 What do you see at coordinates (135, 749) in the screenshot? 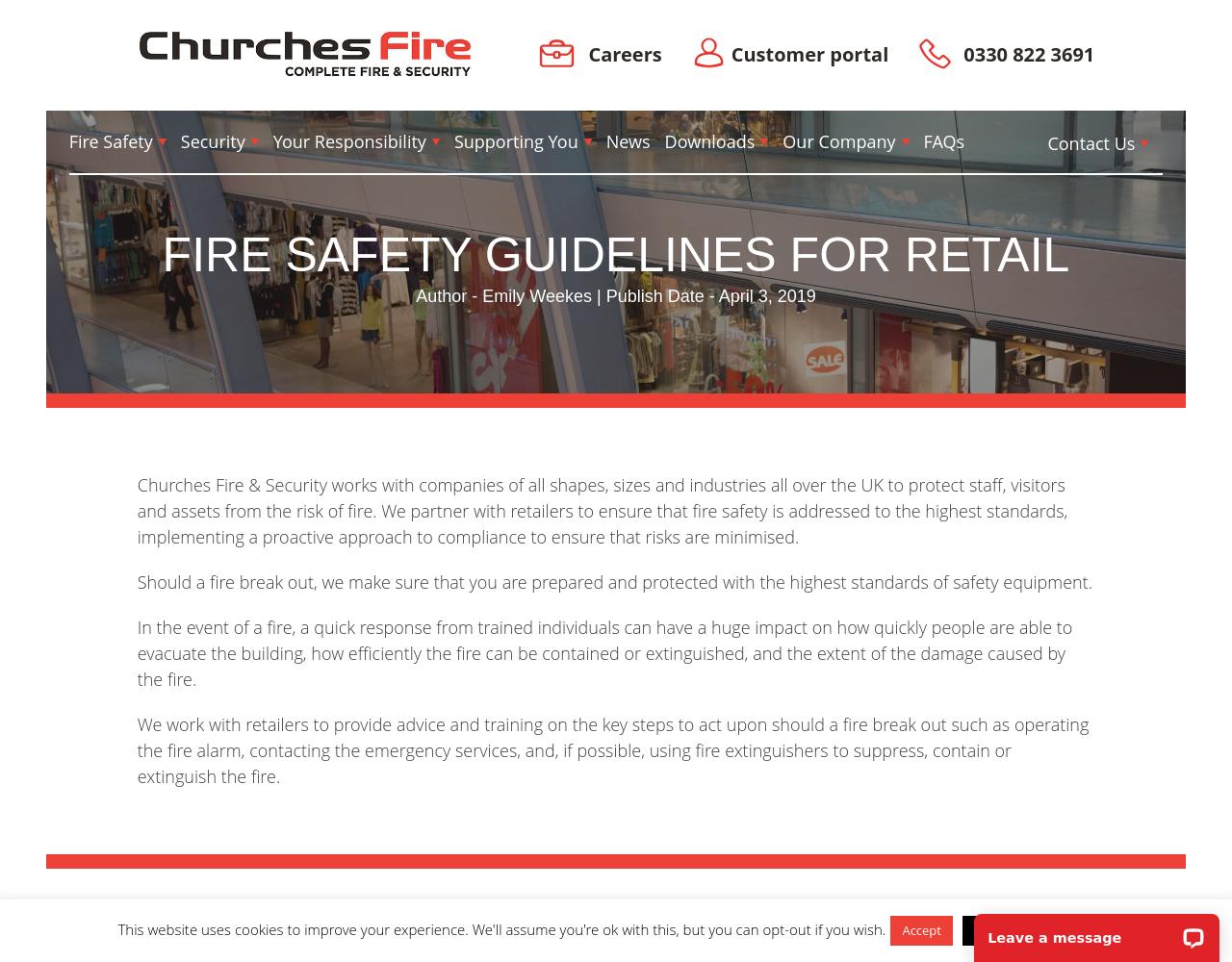
I see `'We work with retailers to provide advice and training on the key steps to act upon should a fire break out such as operating the fire alarm, contacting the emergency services, and, if possible, using fire extinguishers to suppress, contain or extinguish the fire.'` at bounding box center [135, 749].